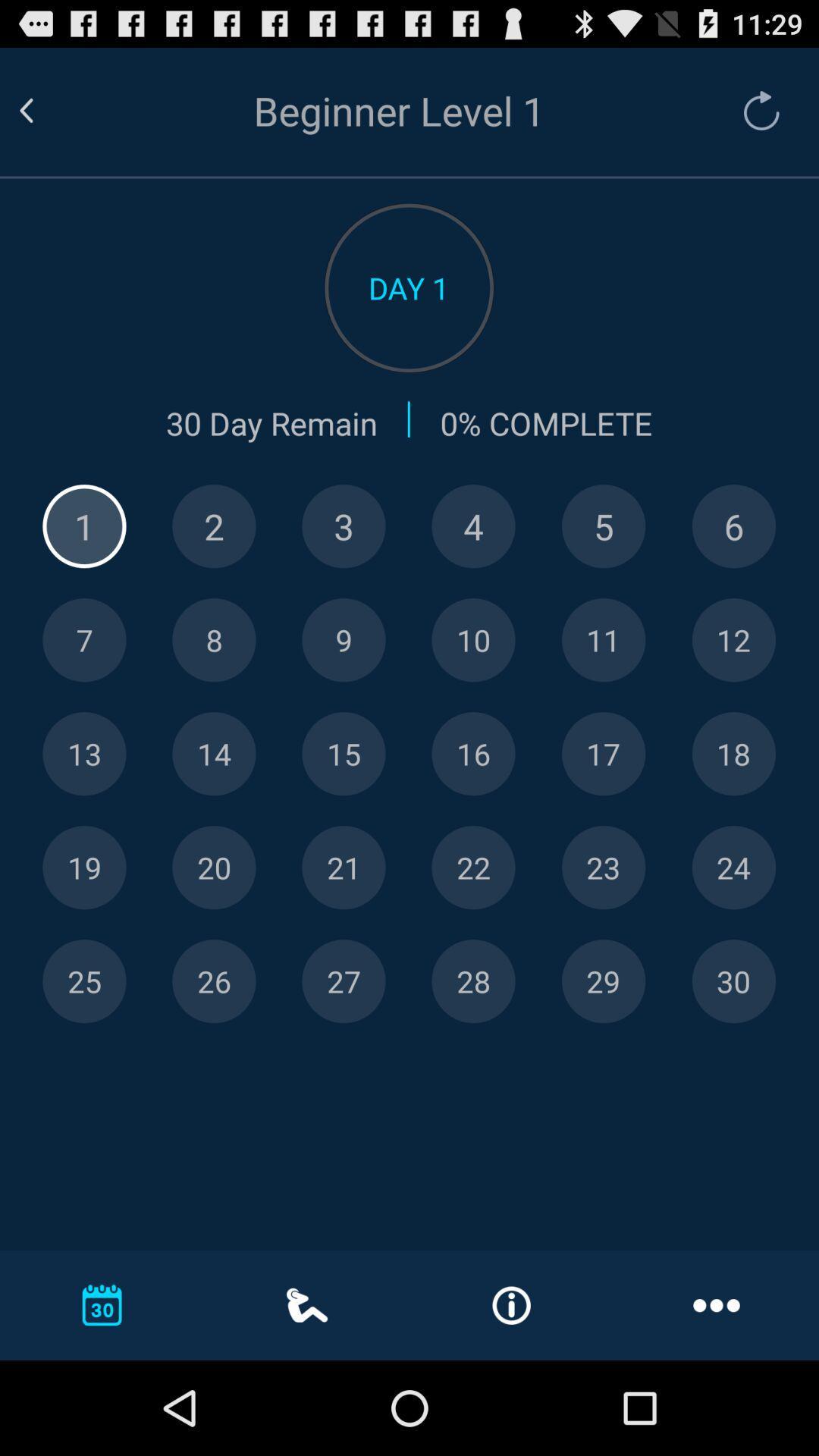 The width and height of the screenshot is (819, 1456). What do you see at coordinates (84, 526) in the screenshot?
I see `keyboard` at bounding box center [84, 526].